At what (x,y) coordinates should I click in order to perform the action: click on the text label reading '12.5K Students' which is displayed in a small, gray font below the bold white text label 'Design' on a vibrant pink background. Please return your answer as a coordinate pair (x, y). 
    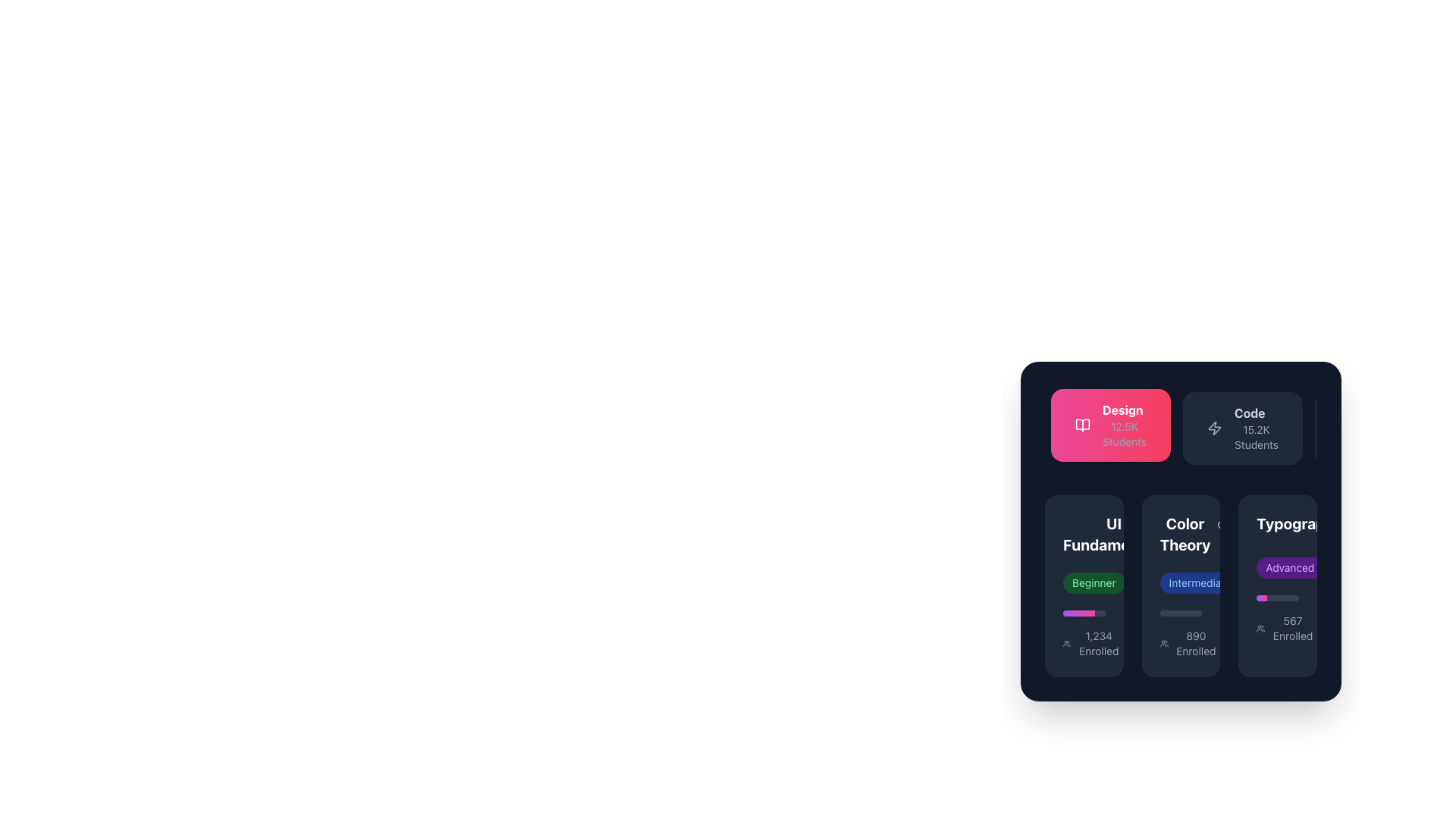
    Looking at the image, I should click on (1125, 435).